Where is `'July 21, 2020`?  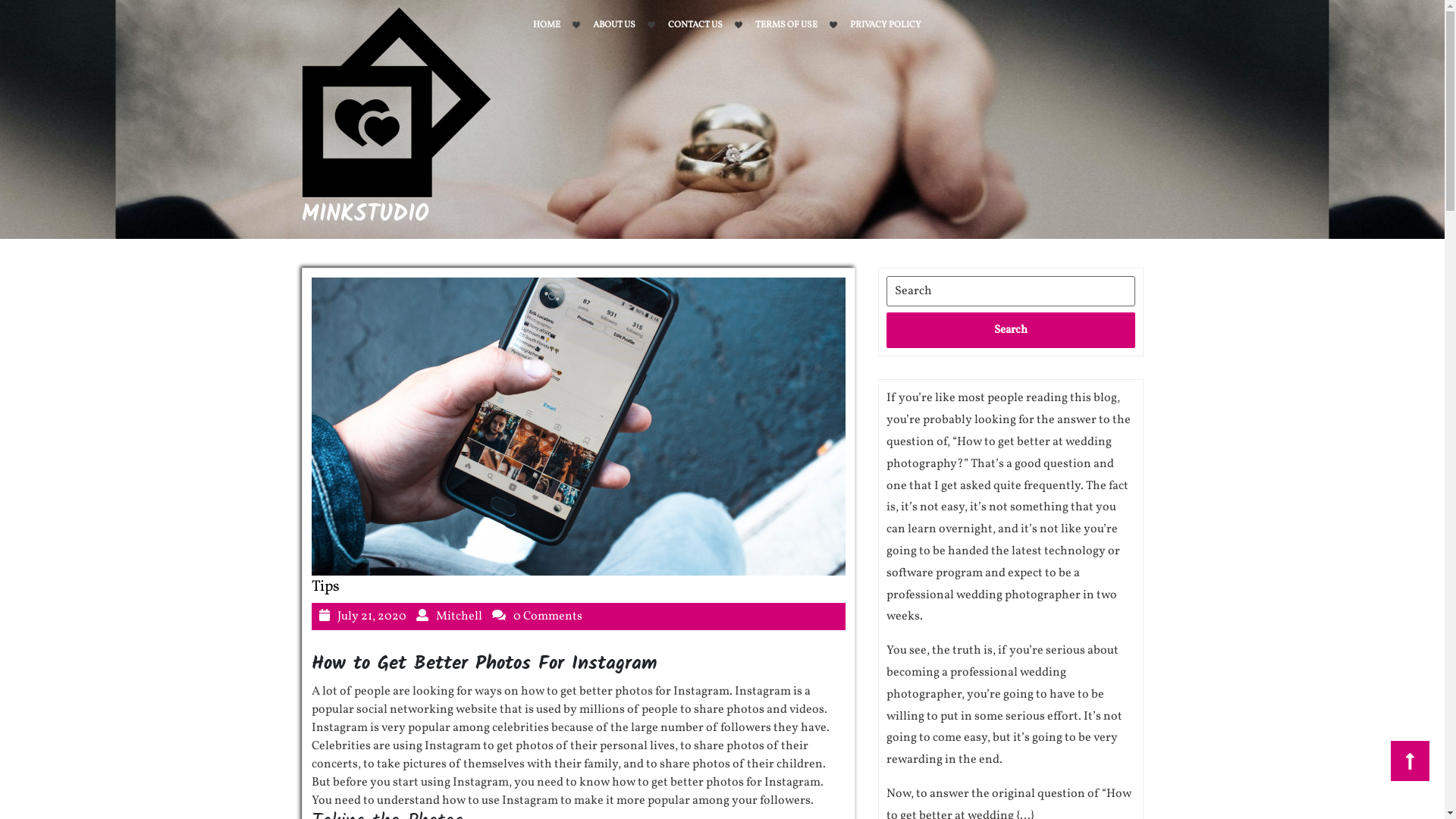 'July 21, 2020 is located at coordinates (371, 617).